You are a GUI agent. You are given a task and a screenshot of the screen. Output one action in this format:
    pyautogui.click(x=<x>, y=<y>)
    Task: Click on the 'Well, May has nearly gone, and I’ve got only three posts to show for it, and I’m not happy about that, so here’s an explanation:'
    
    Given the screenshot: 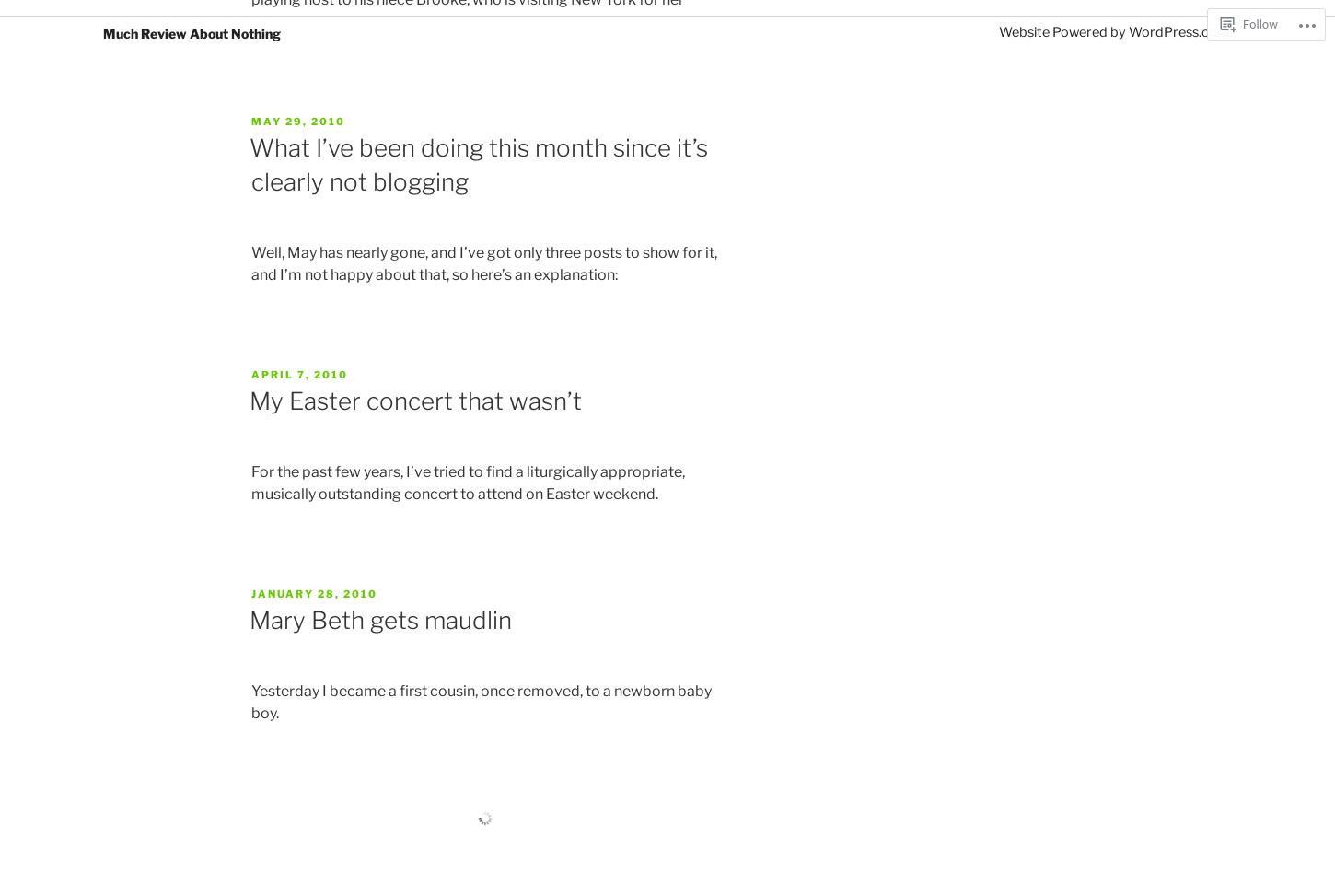 What is the action you would take?
    pyautogui.click(x=484, y=262)
    